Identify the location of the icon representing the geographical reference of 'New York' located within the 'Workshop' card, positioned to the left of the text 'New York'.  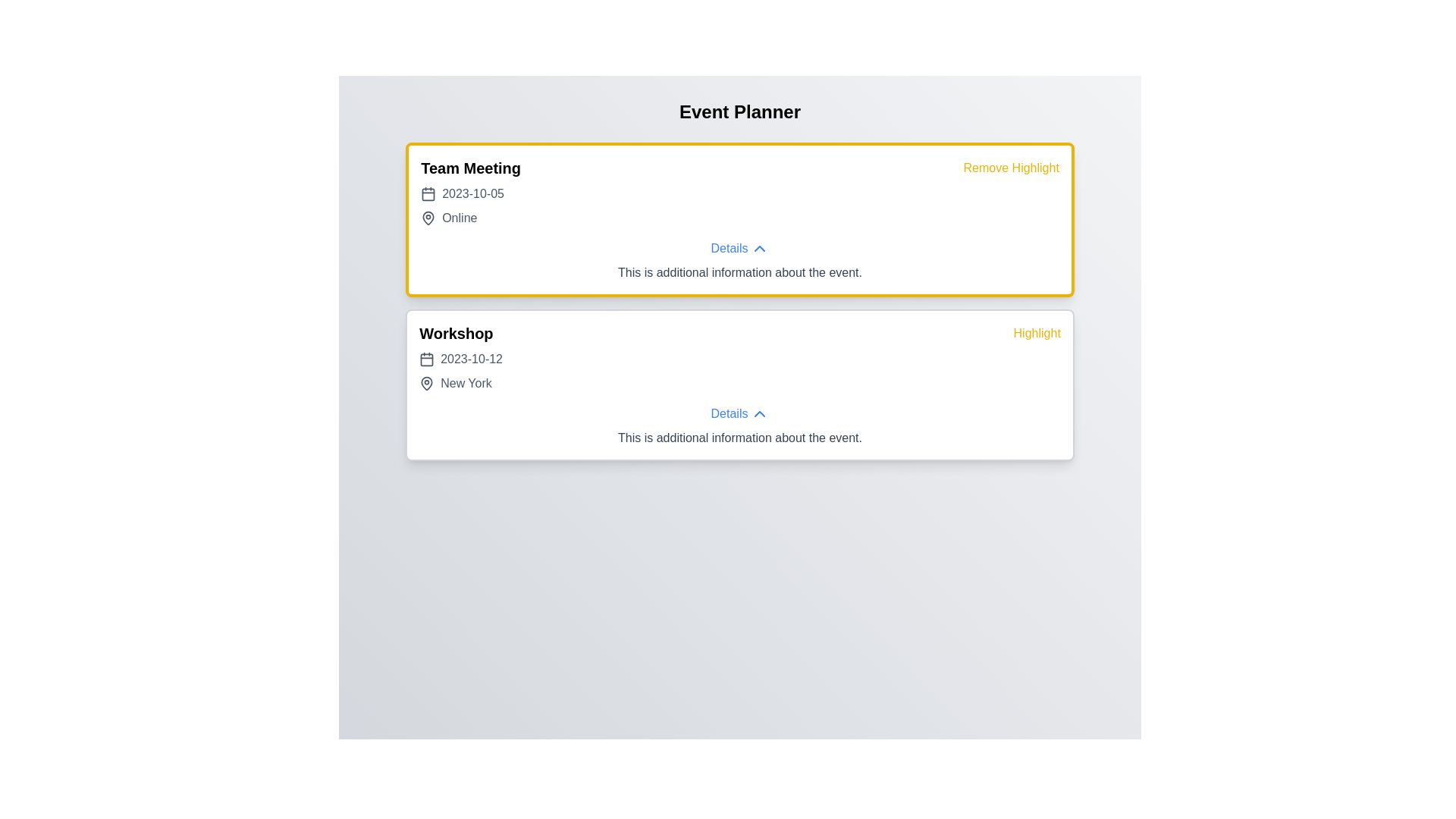
(426, 382).